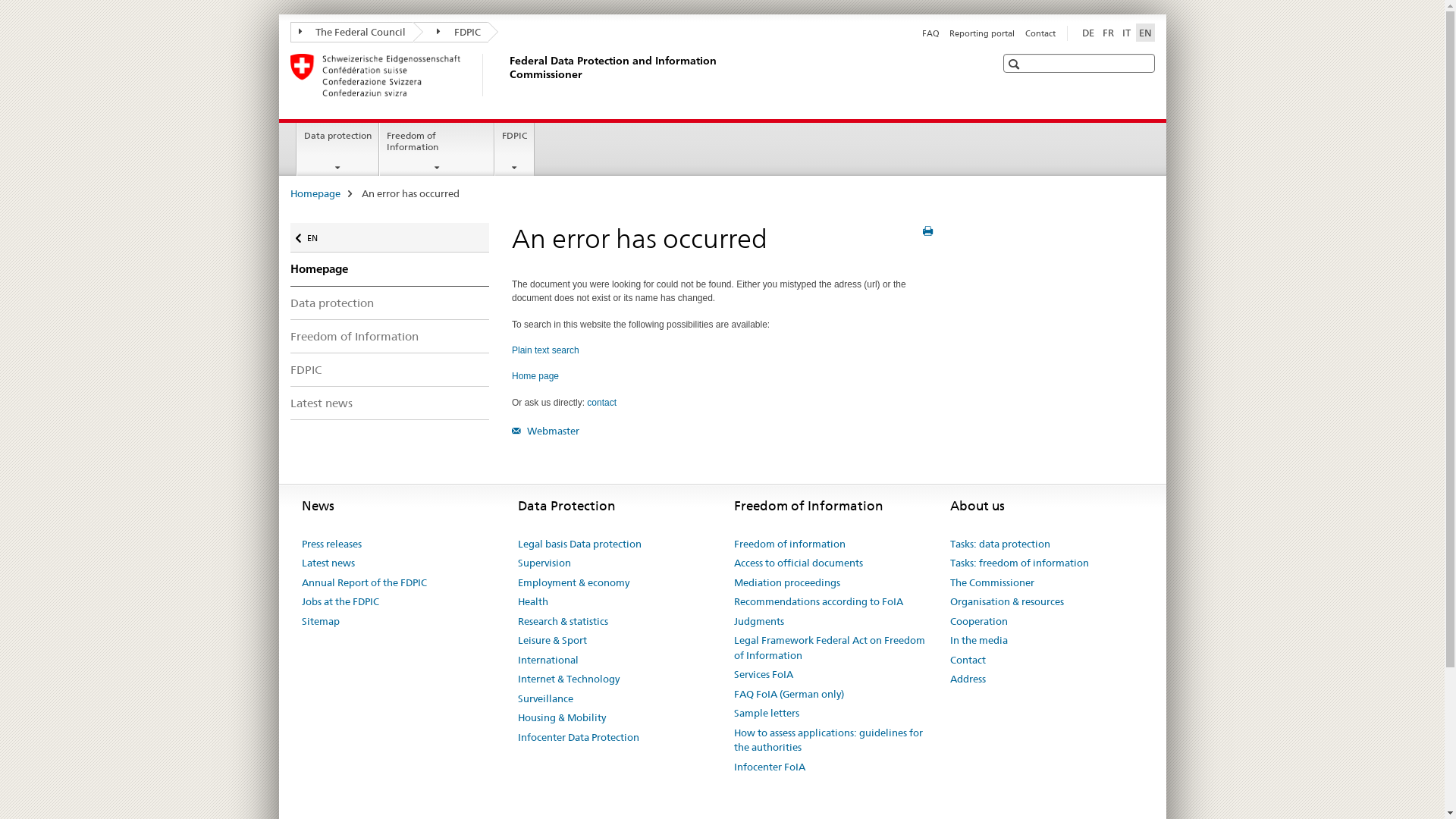  I want to click on 'Access to official documents', so click(797, 563).